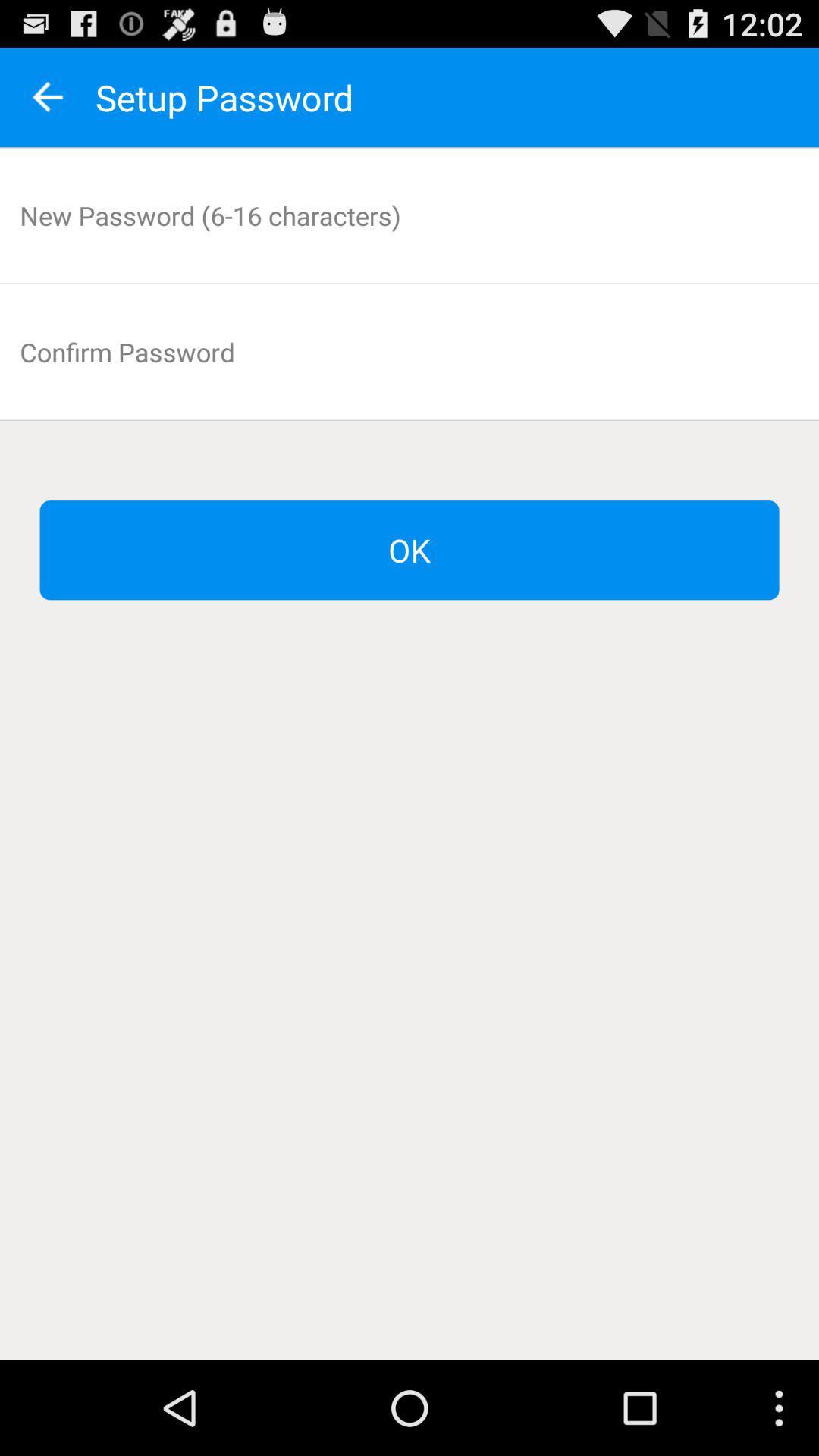 Image resolution: width=819 pixels, height=1456 pixels. What do you see at coordinates (409, 351) in the screenshot?
I see `confirm password` at bounding box center [409, 351].